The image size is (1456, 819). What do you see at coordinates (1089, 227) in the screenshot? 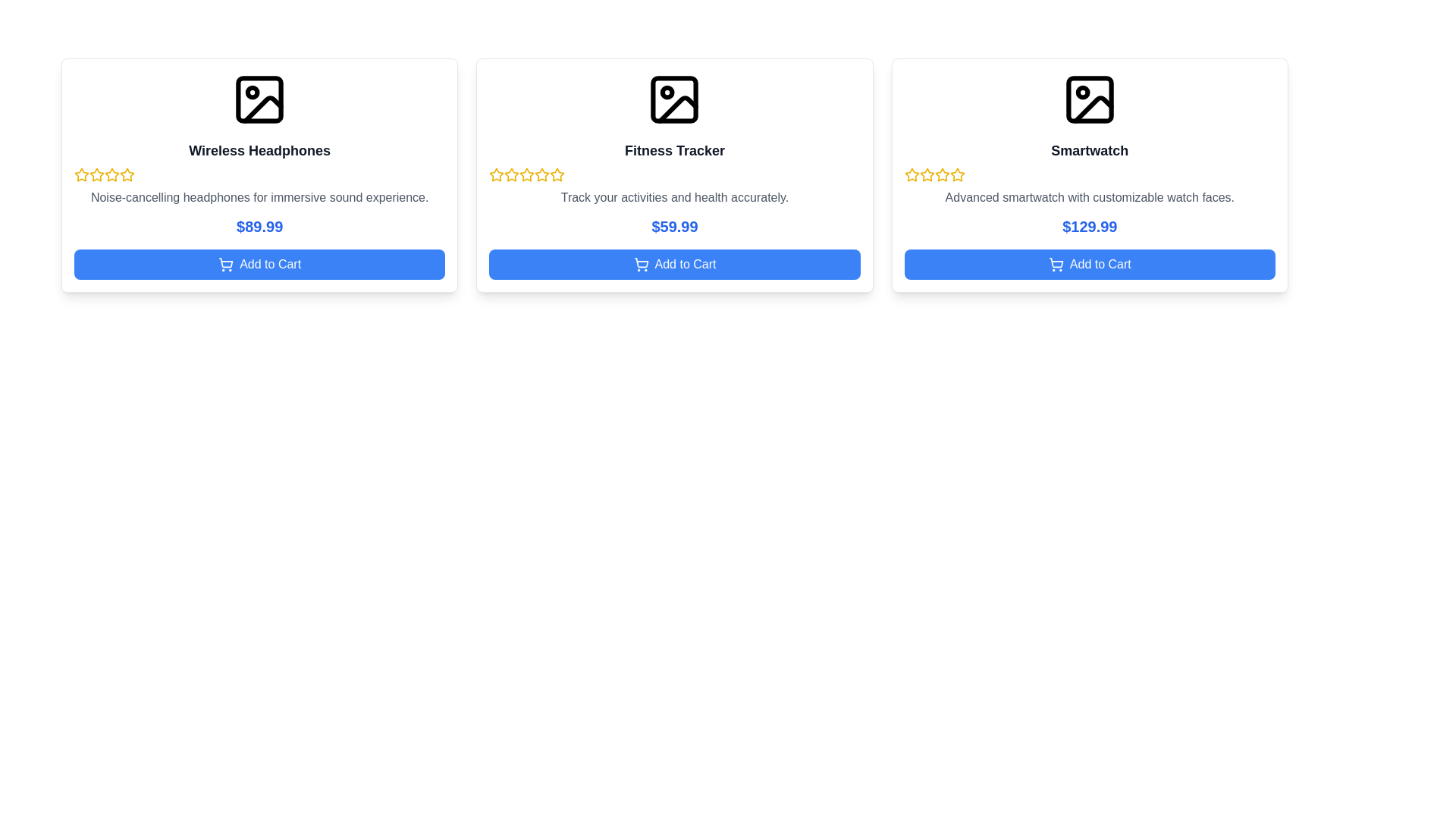
I see `the price label of the Smartwatch product` at bounding box center [1089, 227].